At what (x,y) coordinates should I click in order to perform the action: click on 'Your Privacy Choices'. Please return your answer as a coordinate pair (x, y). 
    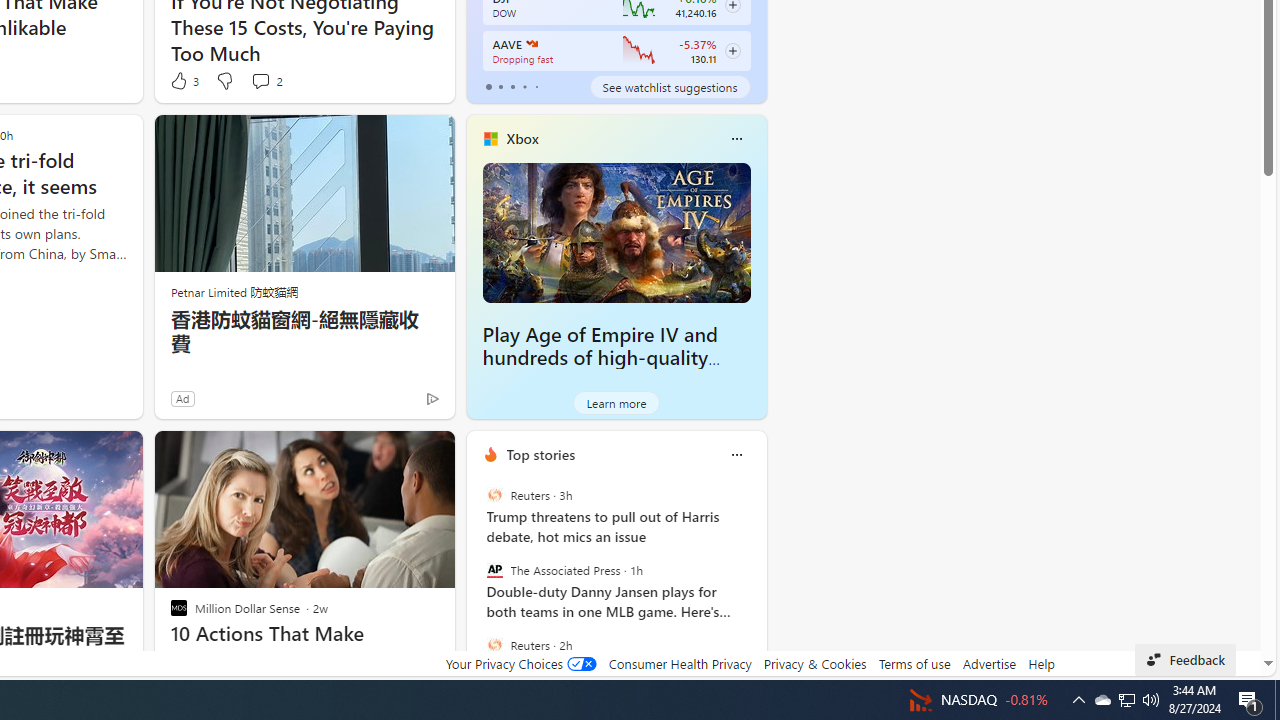
    Looking at the image, I should click on (520, 663).